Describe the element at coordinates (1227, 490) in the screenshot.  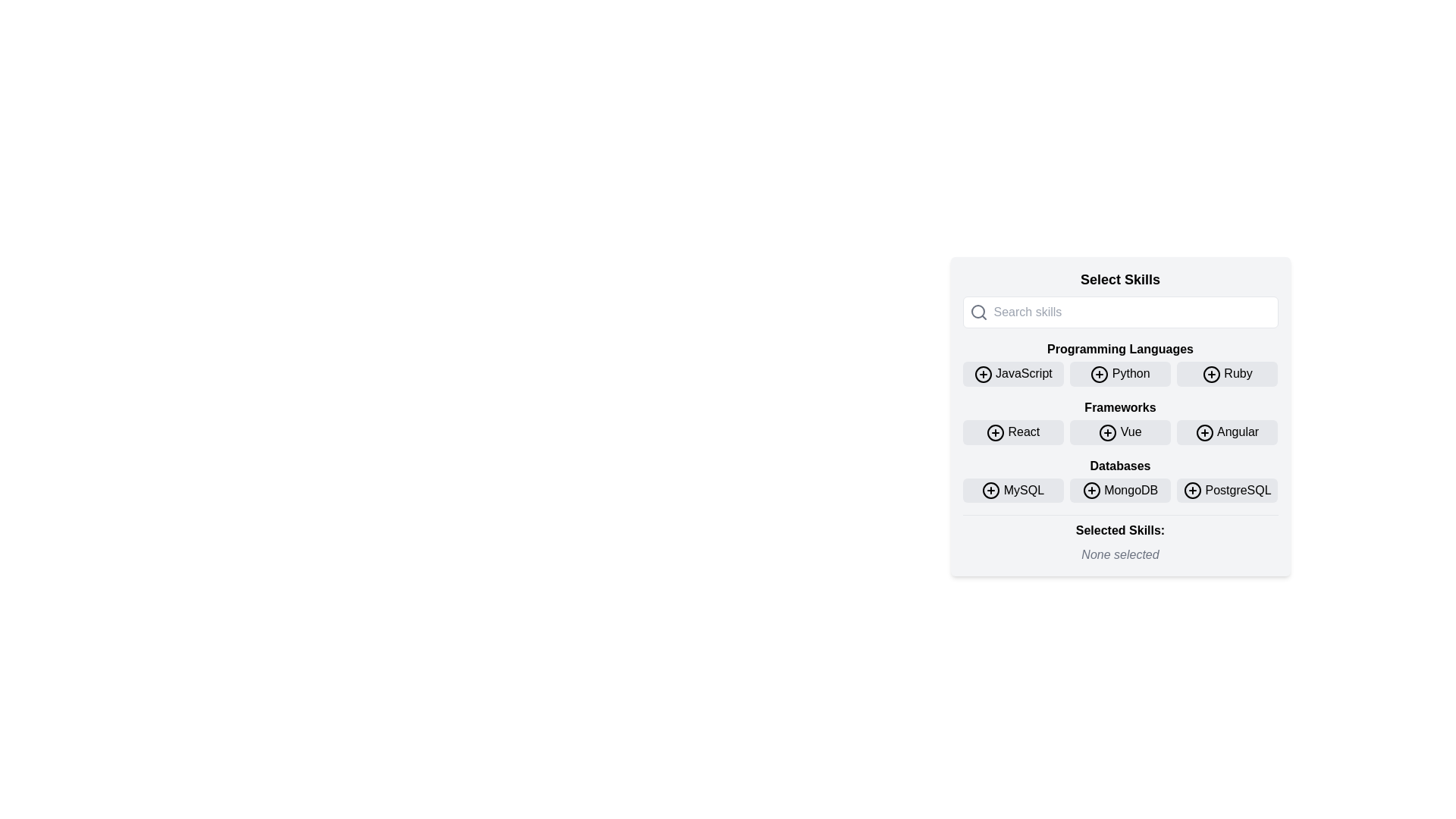
I see `the button labeled 'PostgreSQL' located in the bottom-right corner of the 'Databases' section` at that location.